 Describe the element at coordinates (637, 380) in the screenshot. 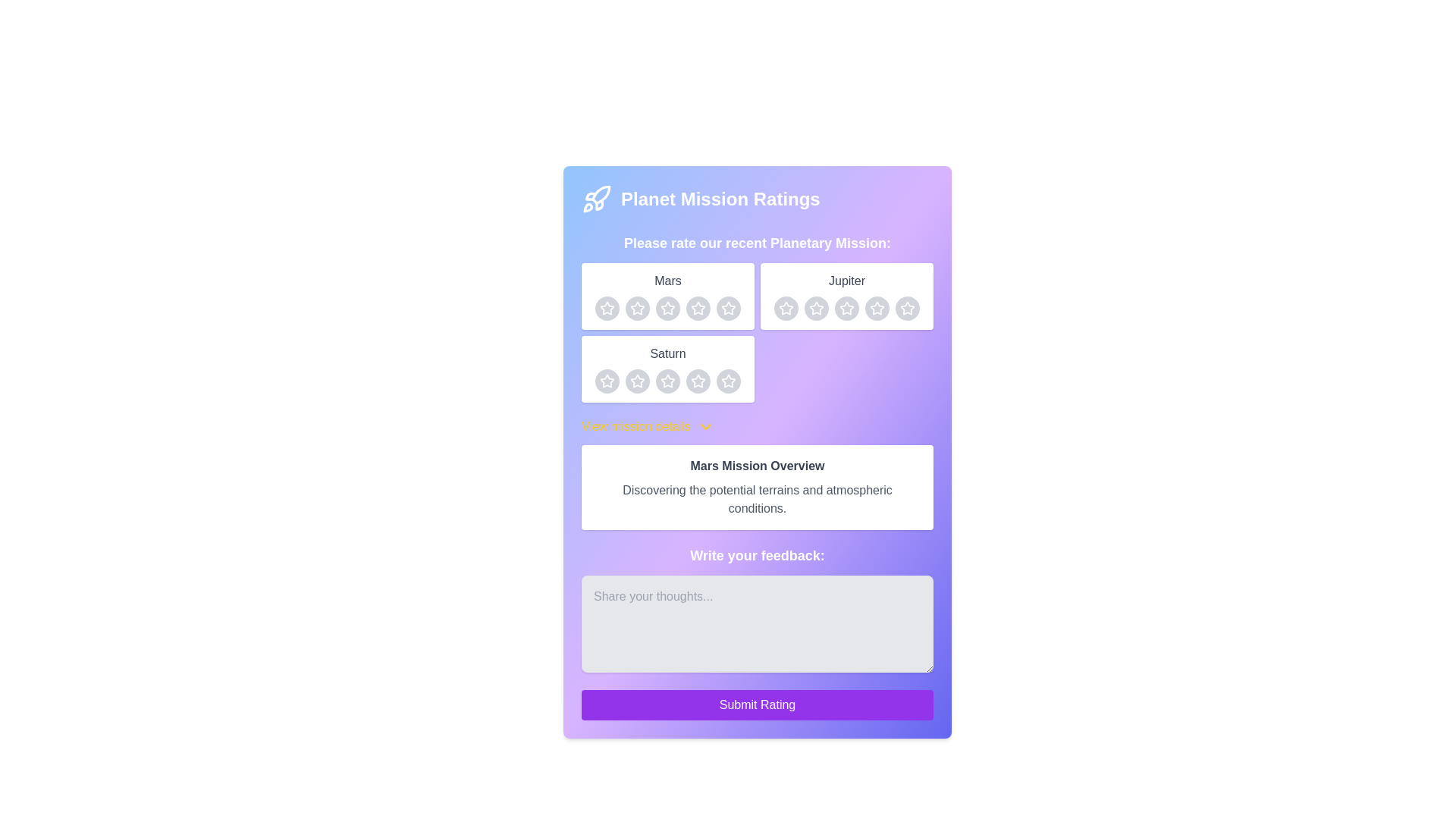

I see `the third star from the left in the horizontal row of stars under the label 'Saturn'` at that location.